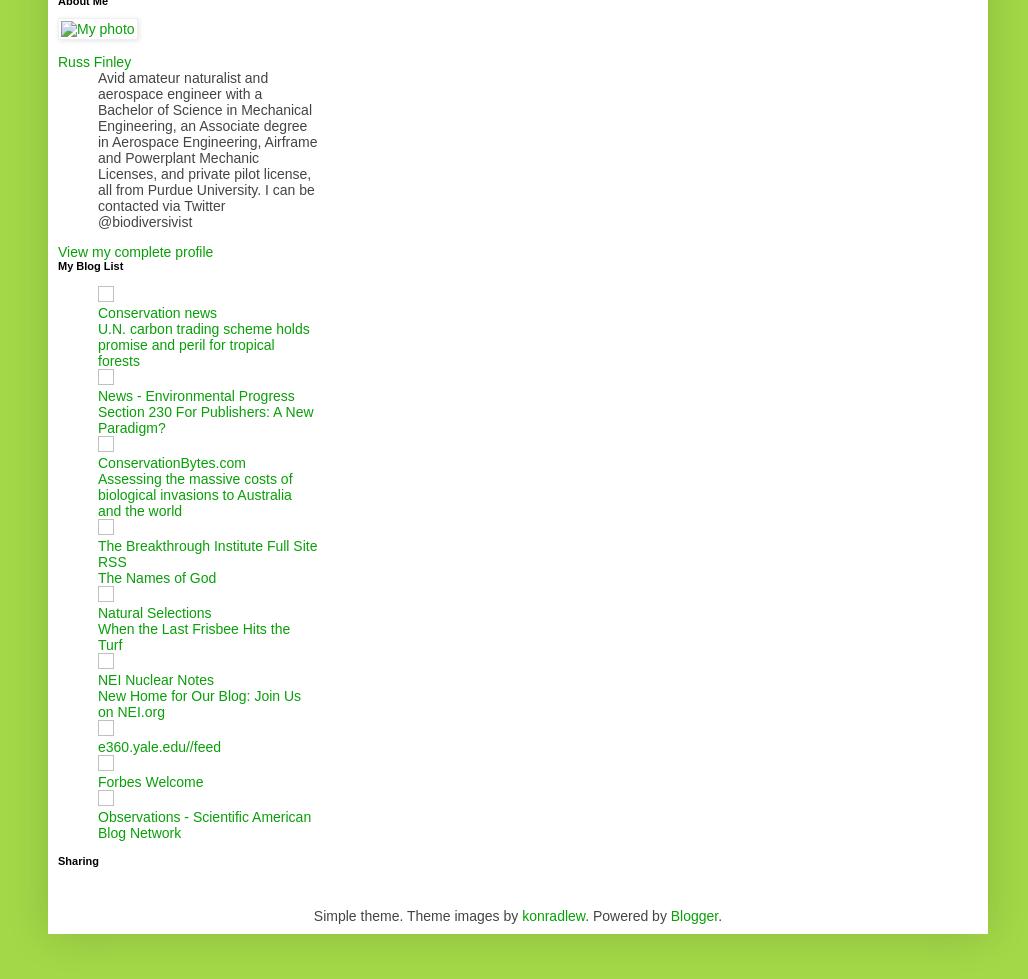 The height and width of the screenshot is (979, 1028). Describe the element at coordinates (171, 462) in the screenshot. I see `'ConservationBytes.com'` at that location.